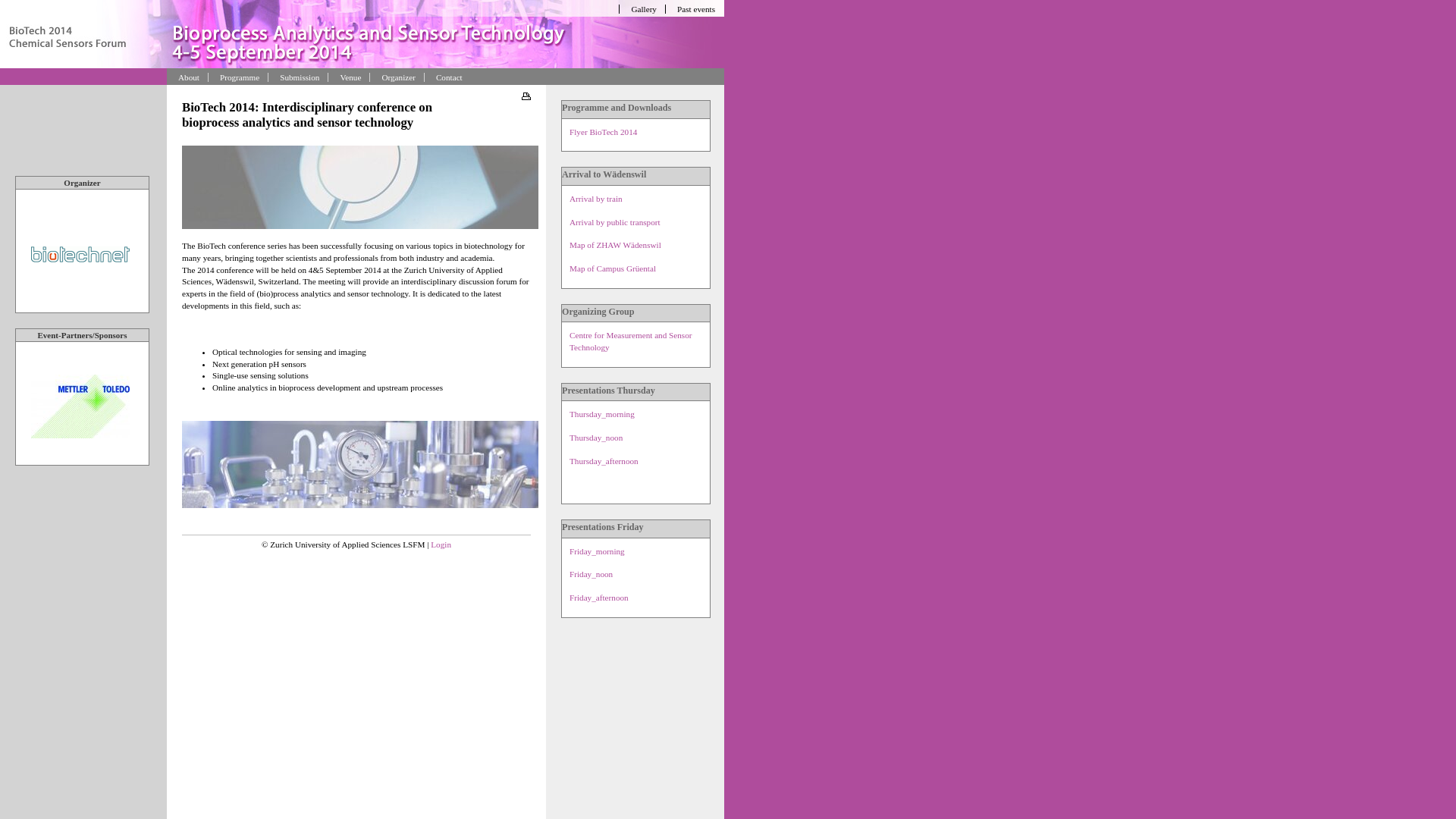 The height and width of the screenshot is (819, 1456). I want to click on 'Arrival by public transport', so click(568, 222).